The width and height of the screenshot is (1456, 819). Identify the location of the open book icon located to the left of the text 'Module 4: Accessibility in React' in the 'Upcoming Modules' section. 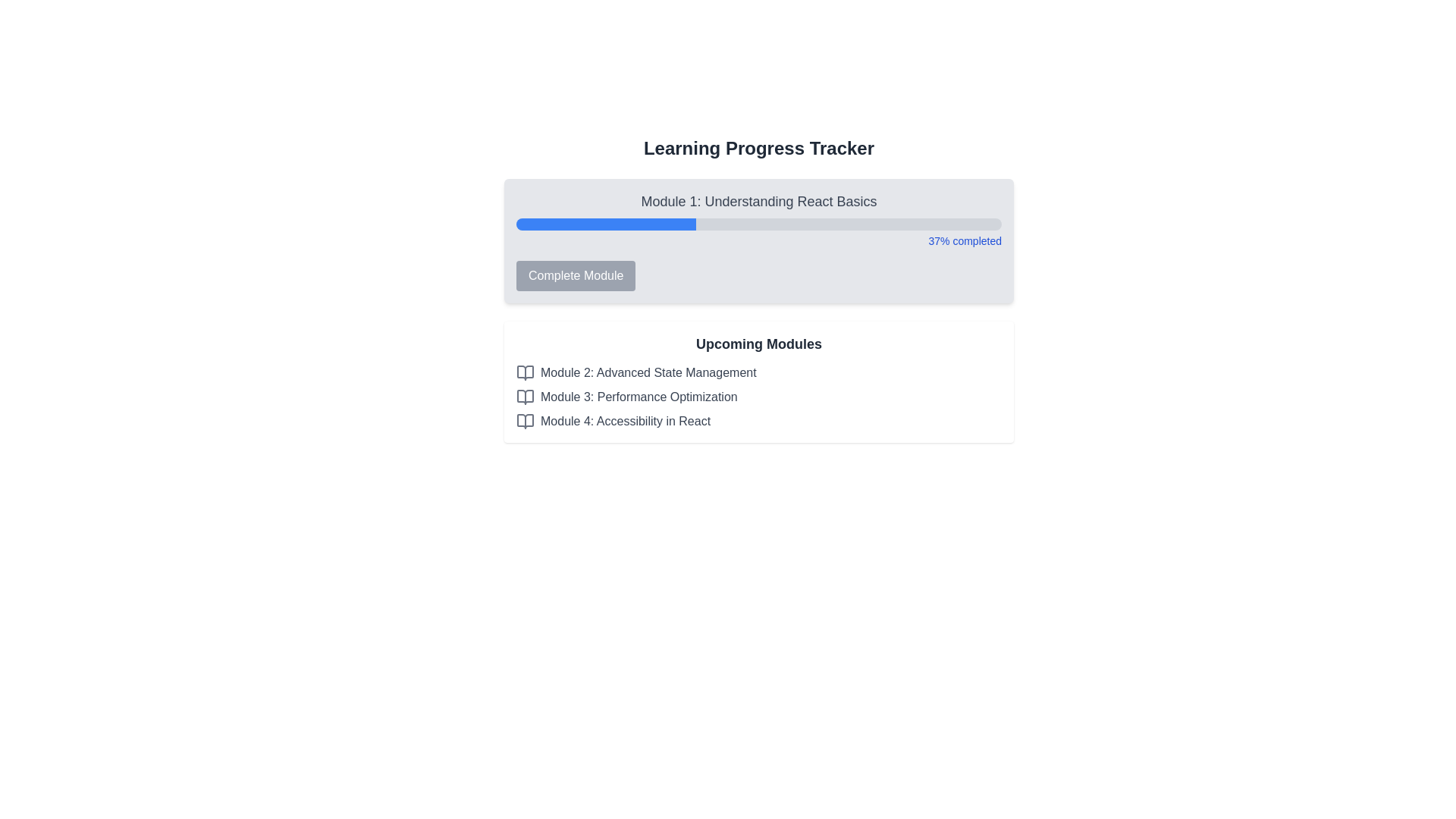
(525, 421).